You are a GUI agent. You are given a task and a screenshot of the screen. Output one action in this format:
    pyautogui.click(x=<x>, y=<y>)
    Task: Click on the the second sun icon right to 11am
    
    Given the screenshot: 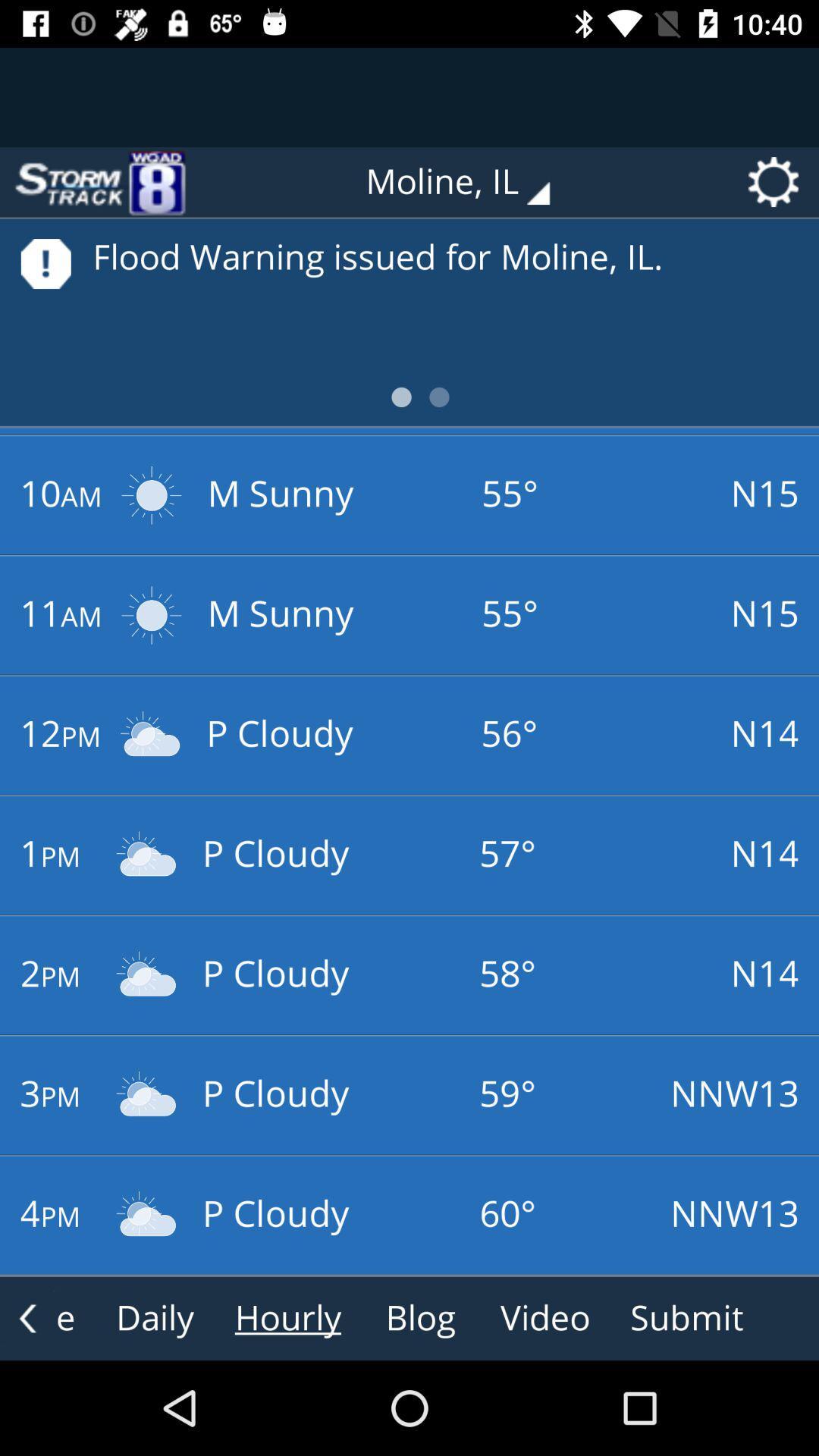 What is the action you would take?
    pyautogui.click(x=152, y=614)
    